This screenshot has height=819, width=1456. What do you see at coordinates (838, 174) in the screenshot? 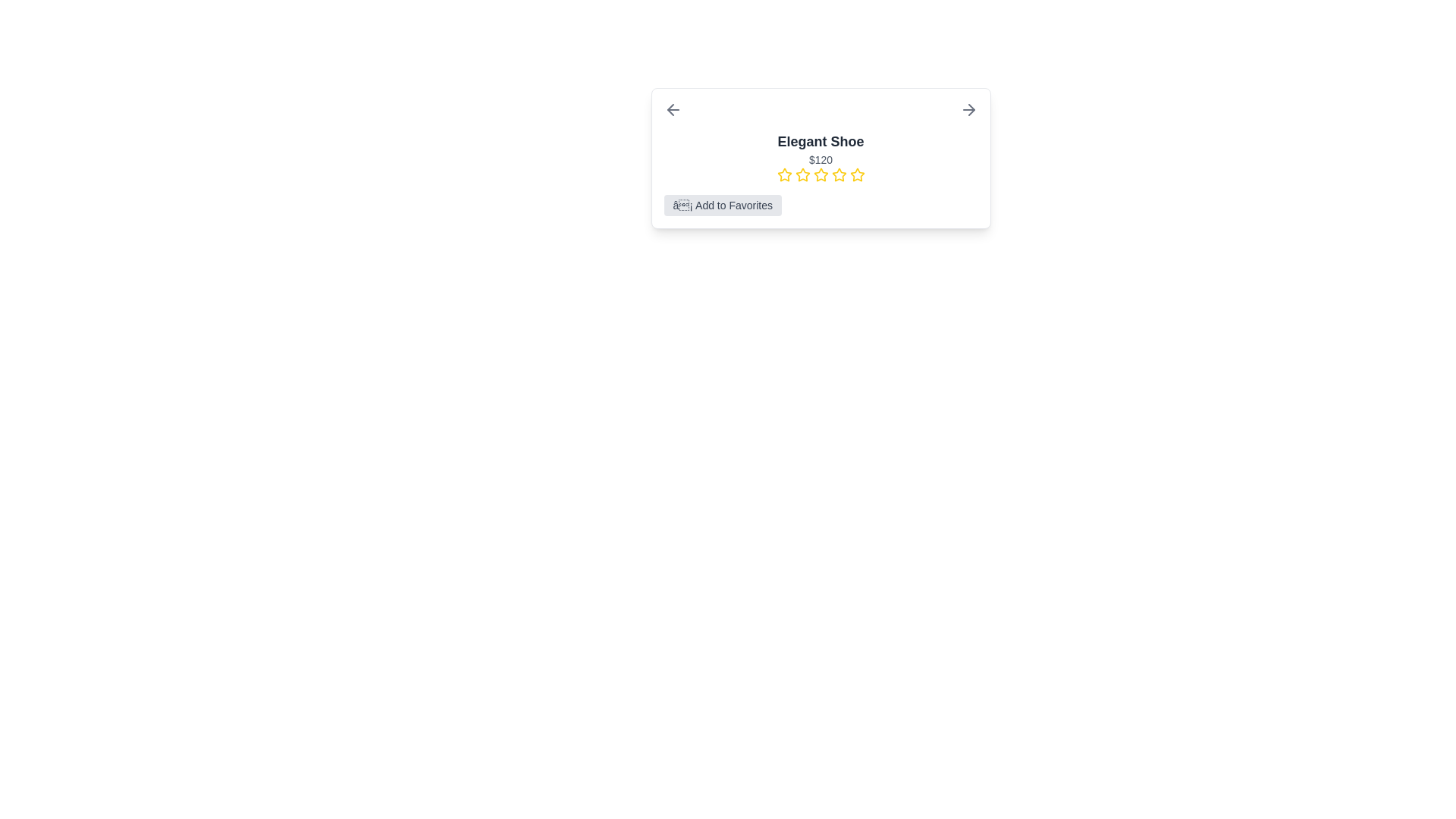
I see `the fifth yellow rating star icon with a hollow center, positioned below the title 'Elegant Shoe' and price '$120', and above the 'Add to Favorites' button` at bounding box center [838, 174].